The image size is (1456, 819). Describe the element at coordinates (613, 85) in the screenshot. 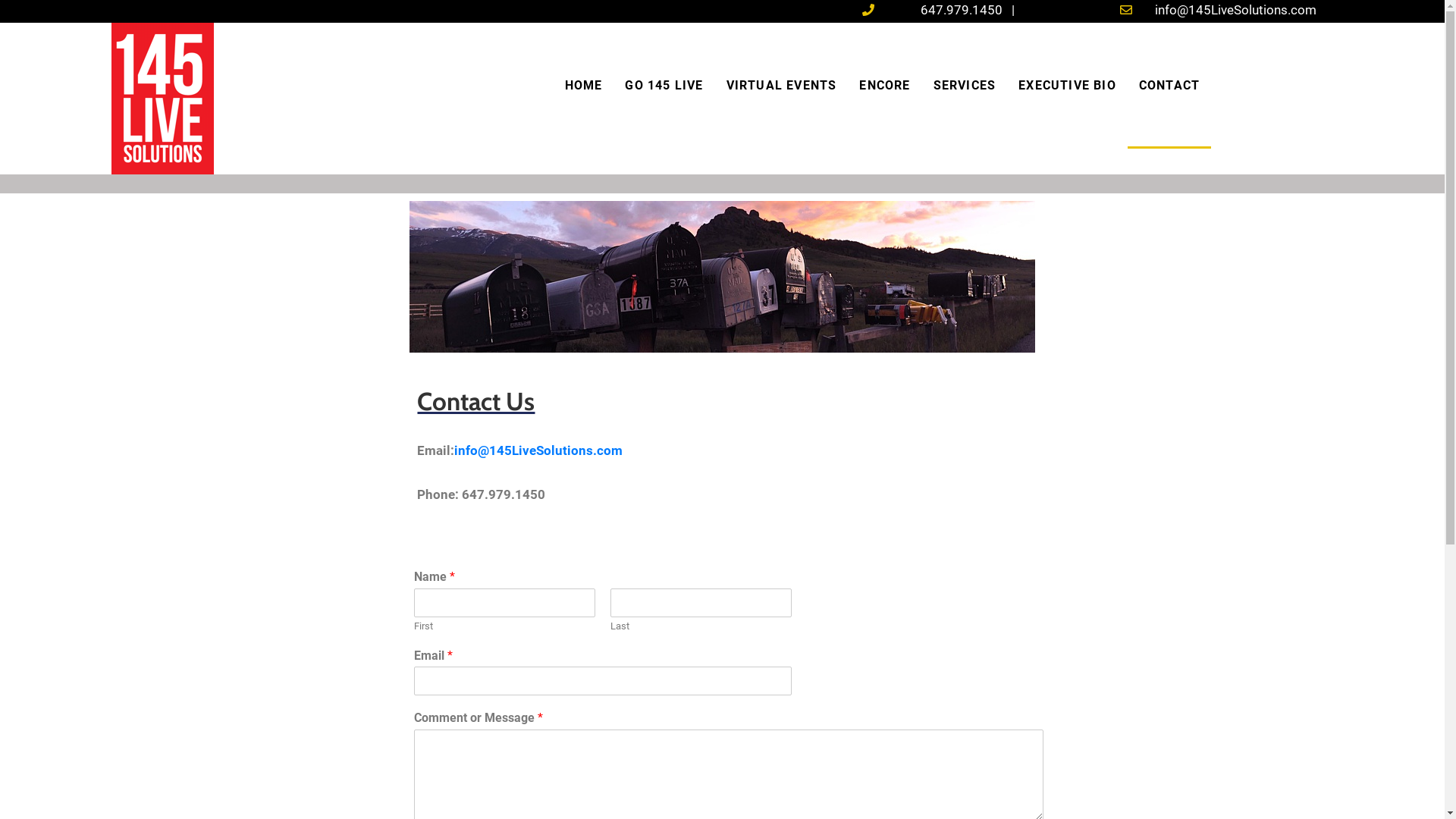

I see `'GO 145 LIVE'` at that location.